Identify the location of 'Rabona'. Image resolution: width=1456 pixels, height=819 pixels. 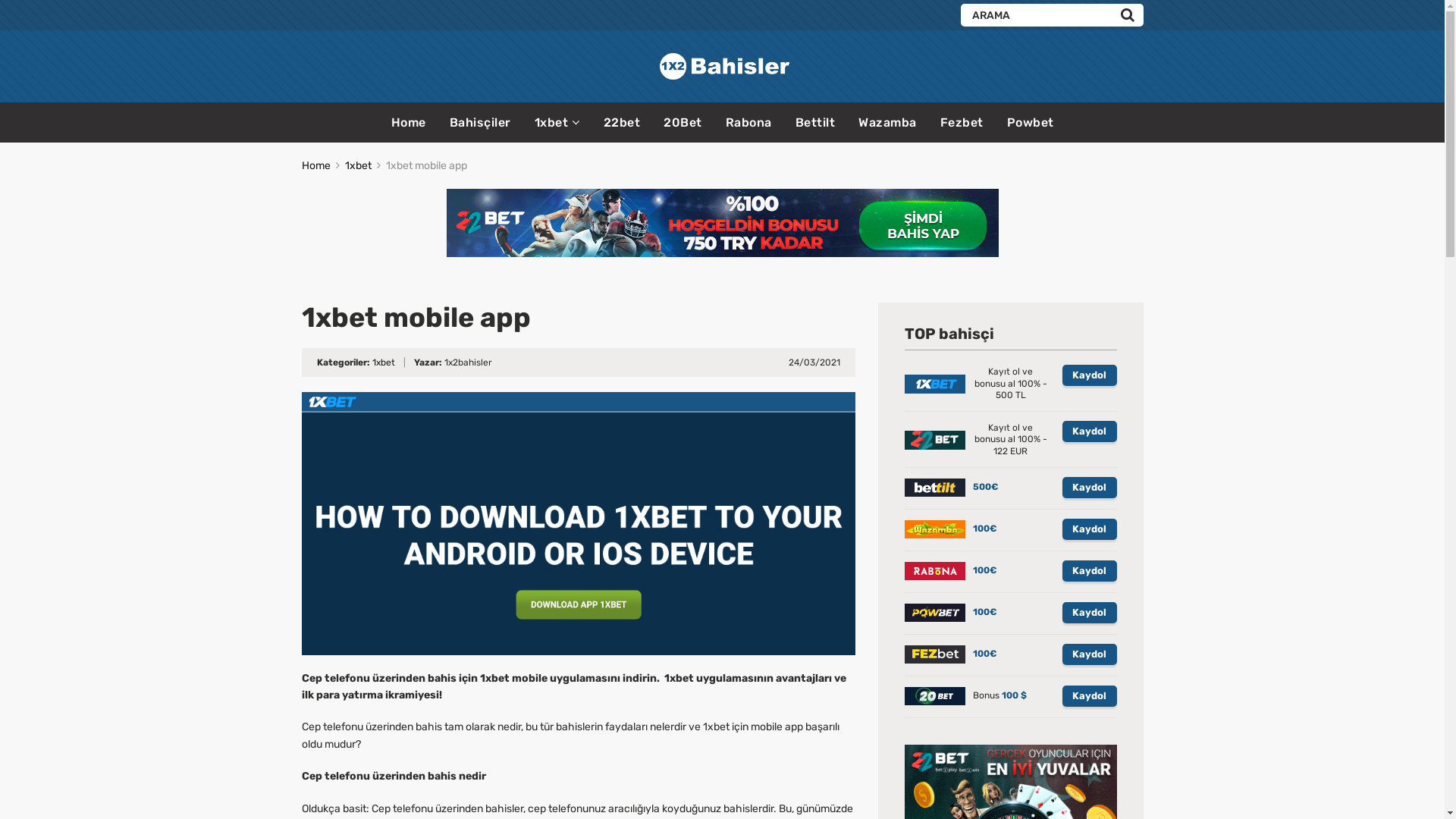
(748, 122).